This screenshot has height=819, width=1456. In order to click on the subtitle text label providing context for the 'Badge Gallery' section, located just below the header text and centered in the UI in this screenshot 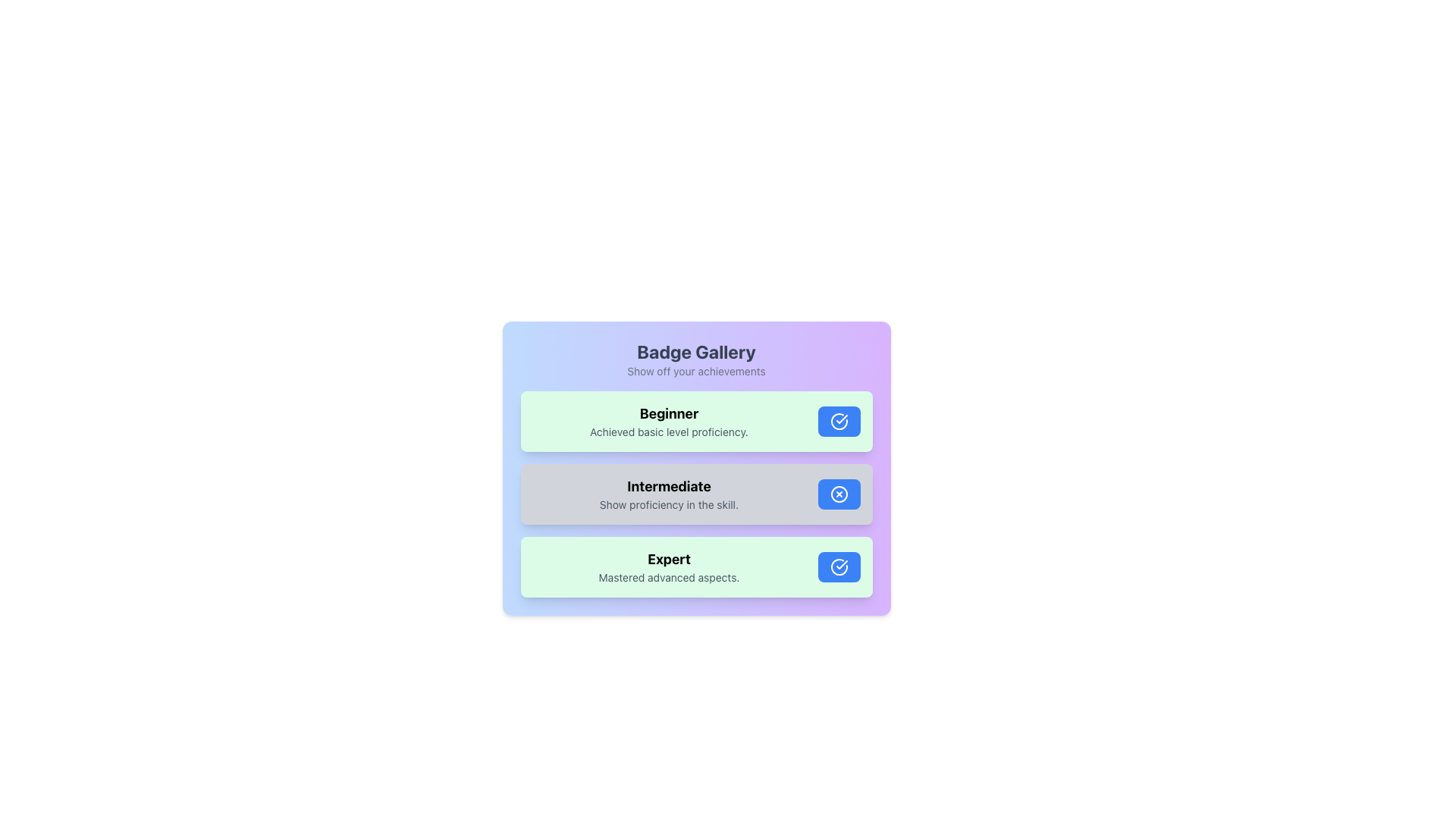, I will do `click(695, 371)`.